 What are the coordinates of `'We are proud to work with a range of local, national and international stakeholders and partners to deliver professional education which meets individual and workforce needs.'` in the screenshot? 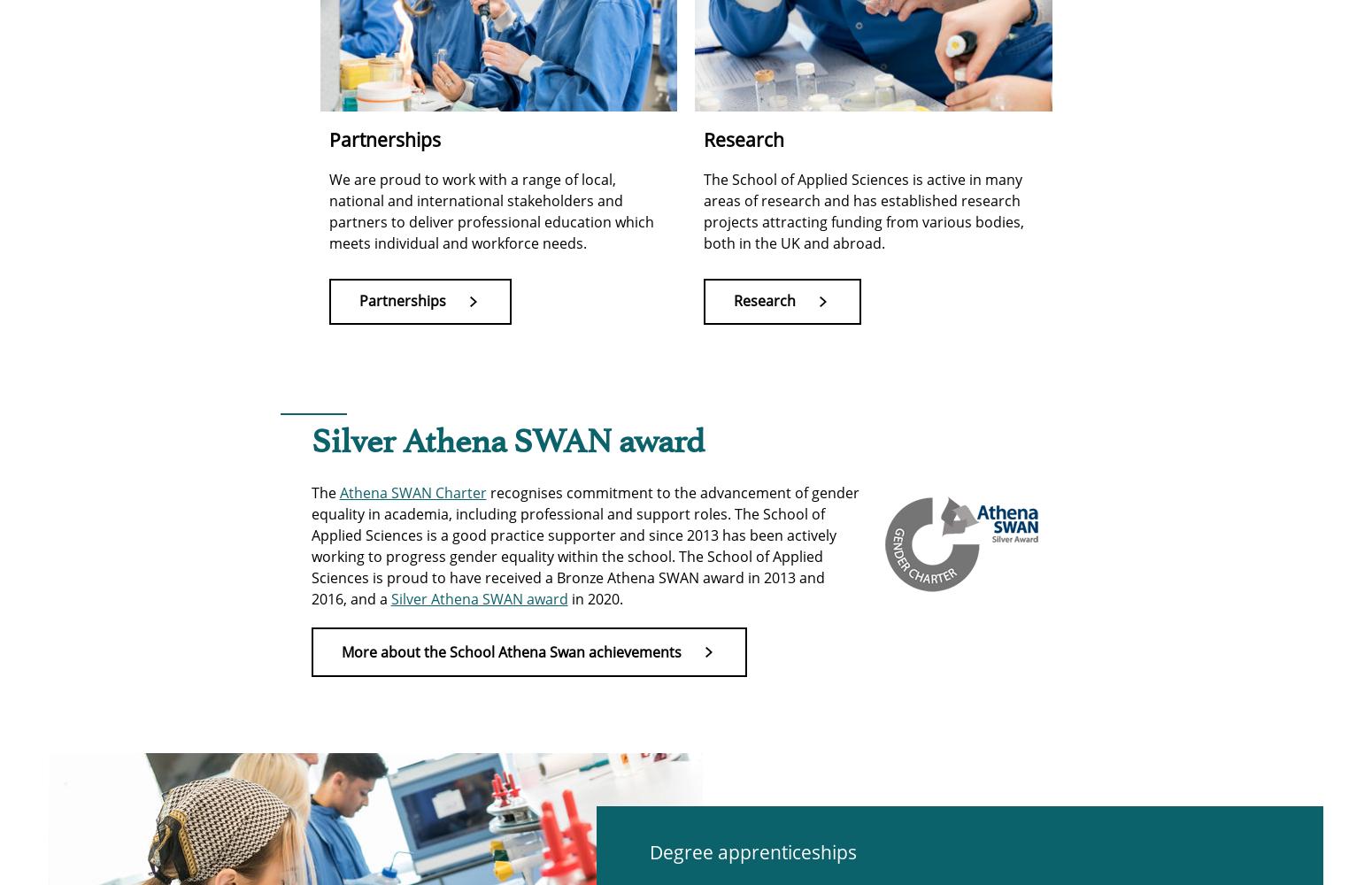 It's located at (490, 210).